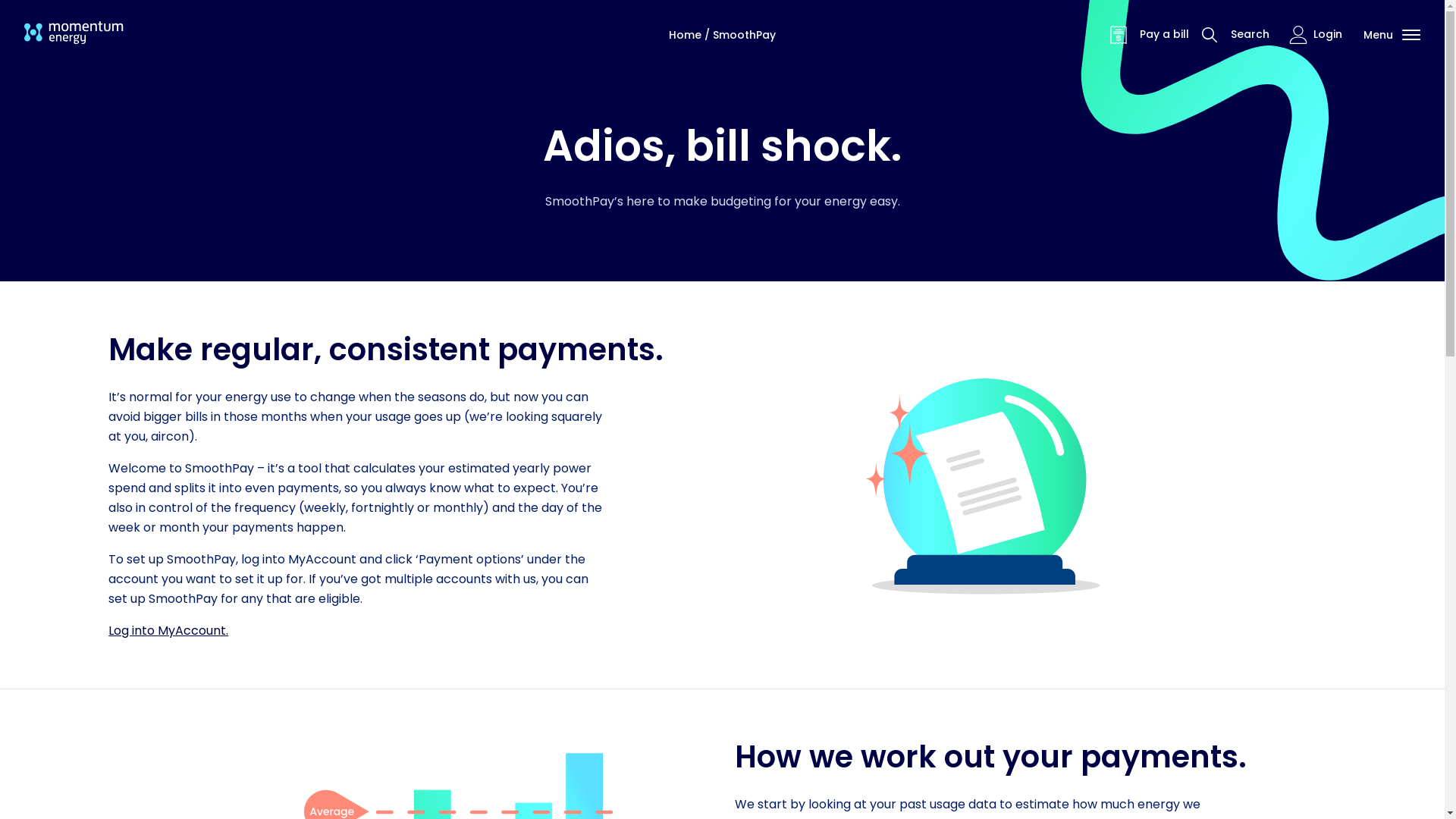  I want to click on 'Login', so click(1285, 34).